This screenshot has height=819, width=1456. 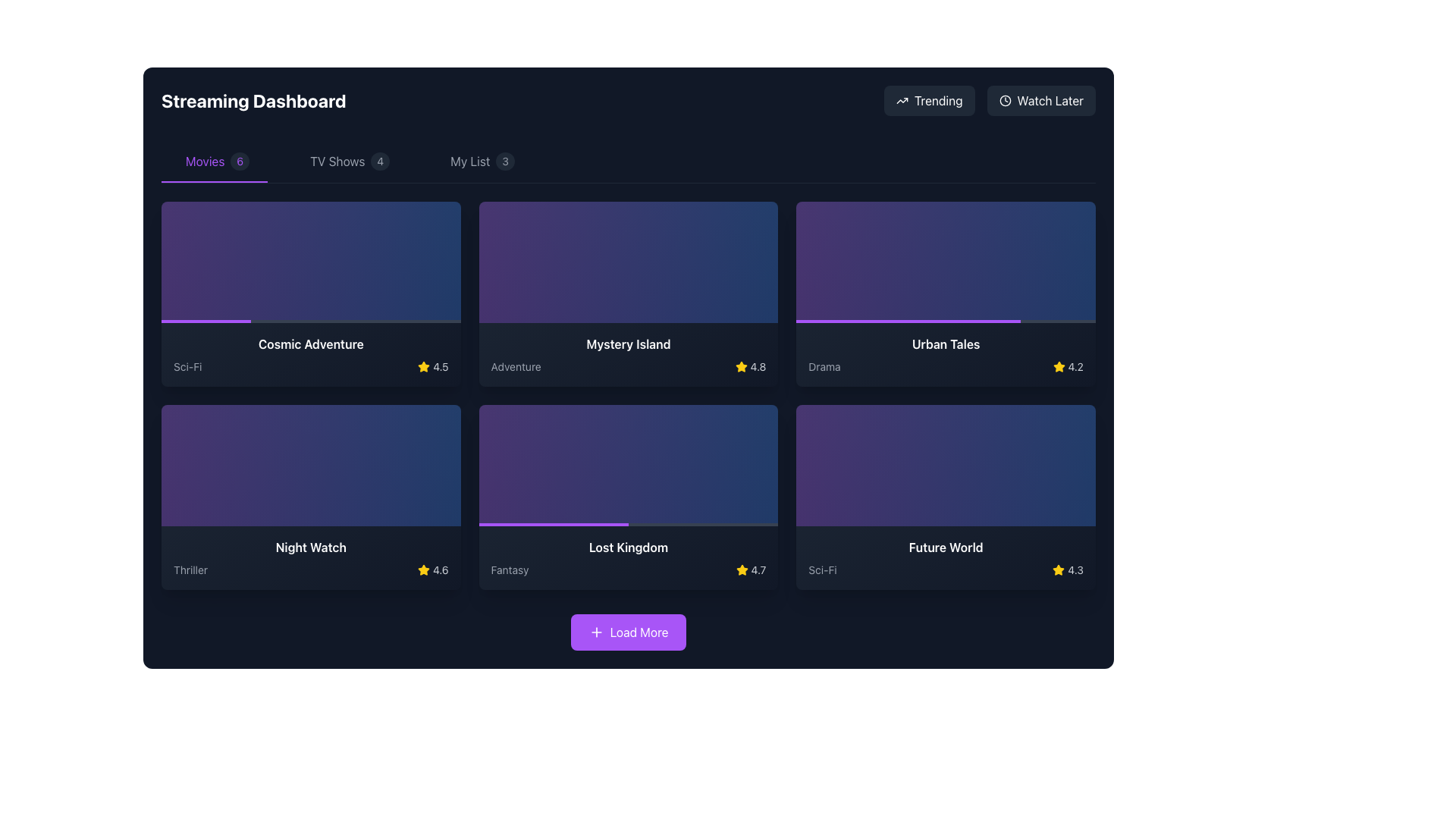 What do you see at coordinates (629, 344) in the screenshot?
I see `the static text label displaying 'Mystery Island' in bold white font, located in the second column of the top row of the grid layout` at bounding box center [629, 344].